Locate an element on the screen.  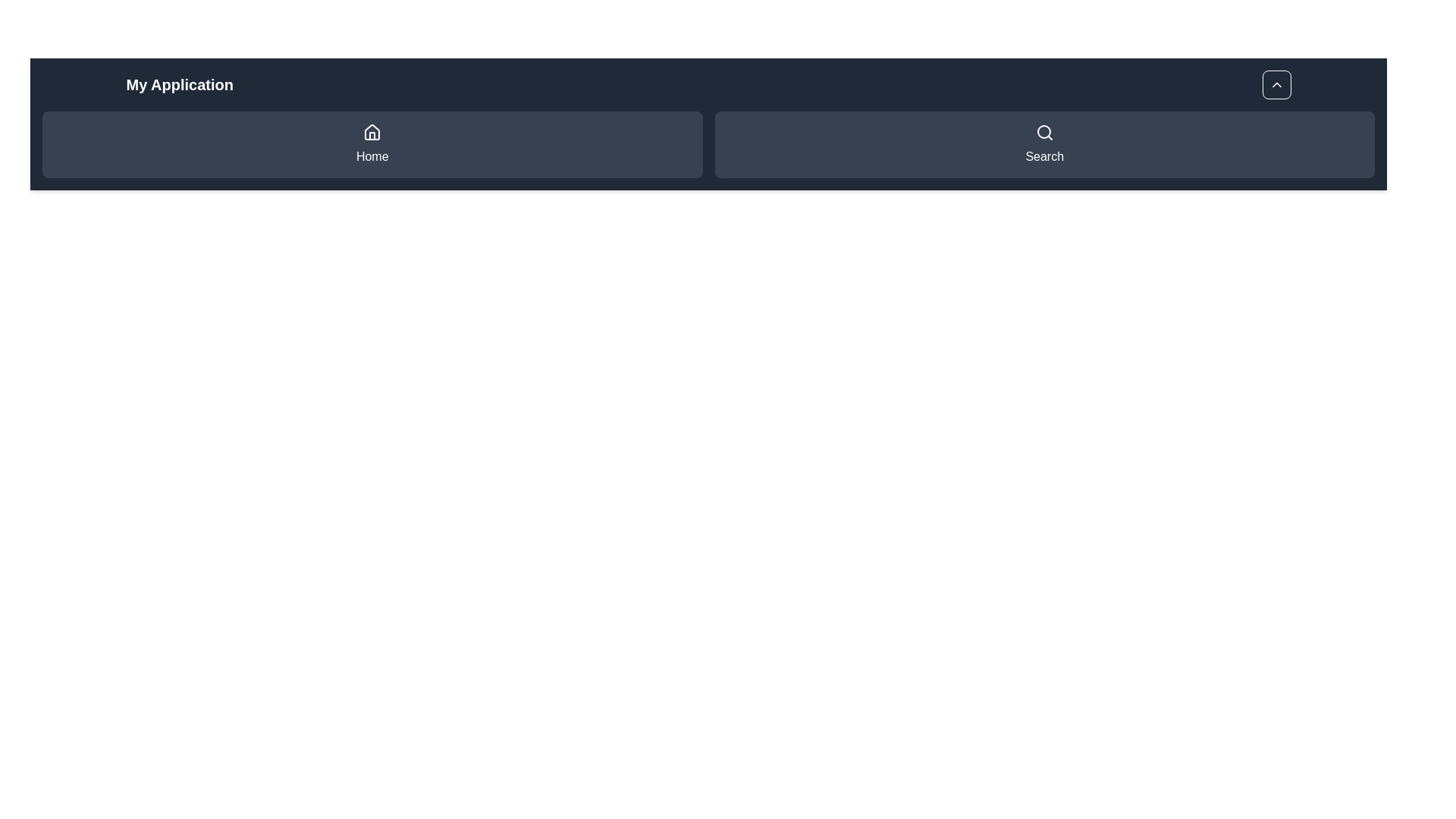
the house icon located in the 'Home' button on the navigation bar, which is styled with a minimalistic outline and positioned under the 'My Application' header is located at coordinates (372, 131).